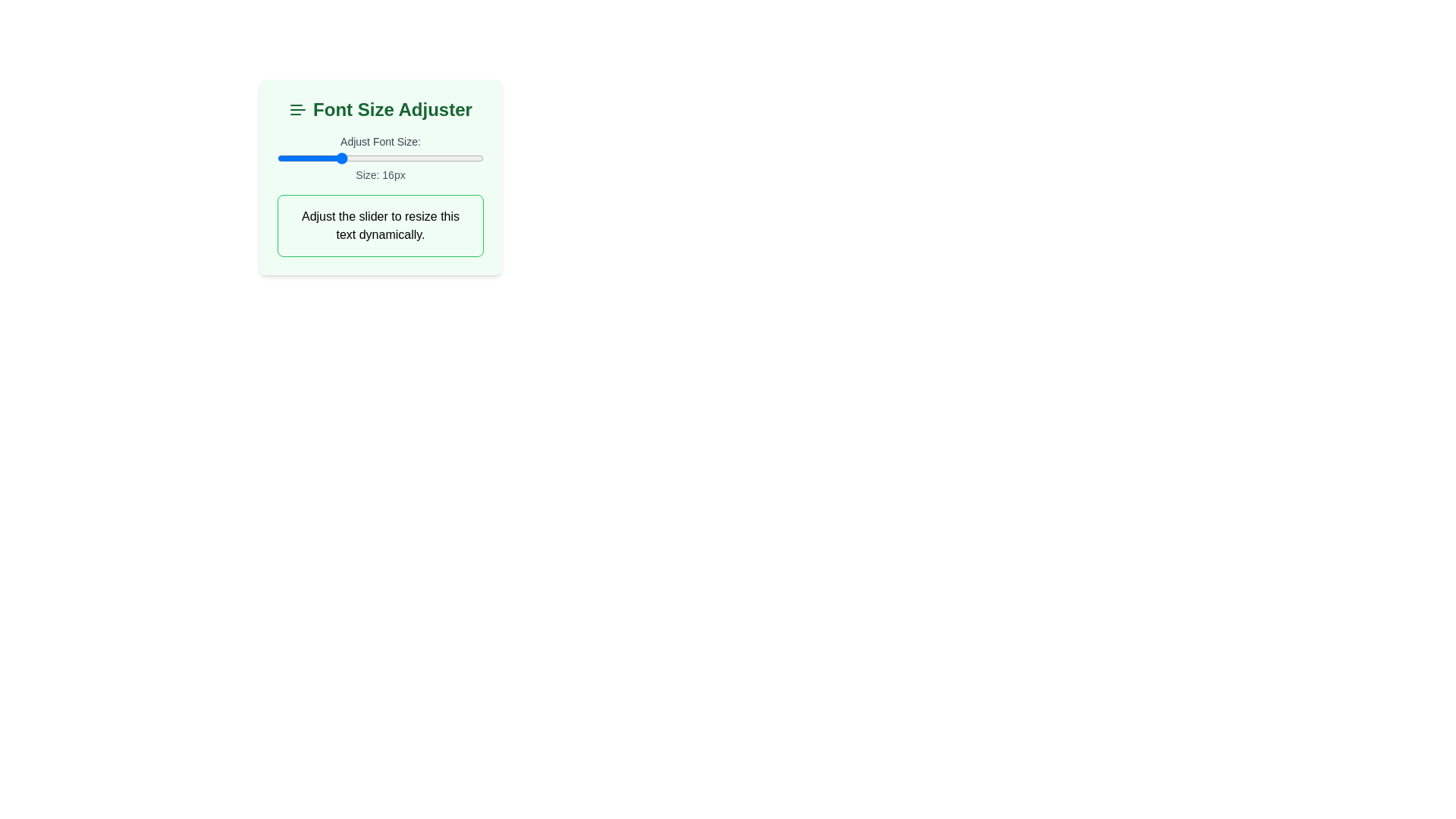 Image resolution: width=1456 pixels, height=819 pixels. I want to click on the slider to set the font size to 25 px, so click(431, 158).